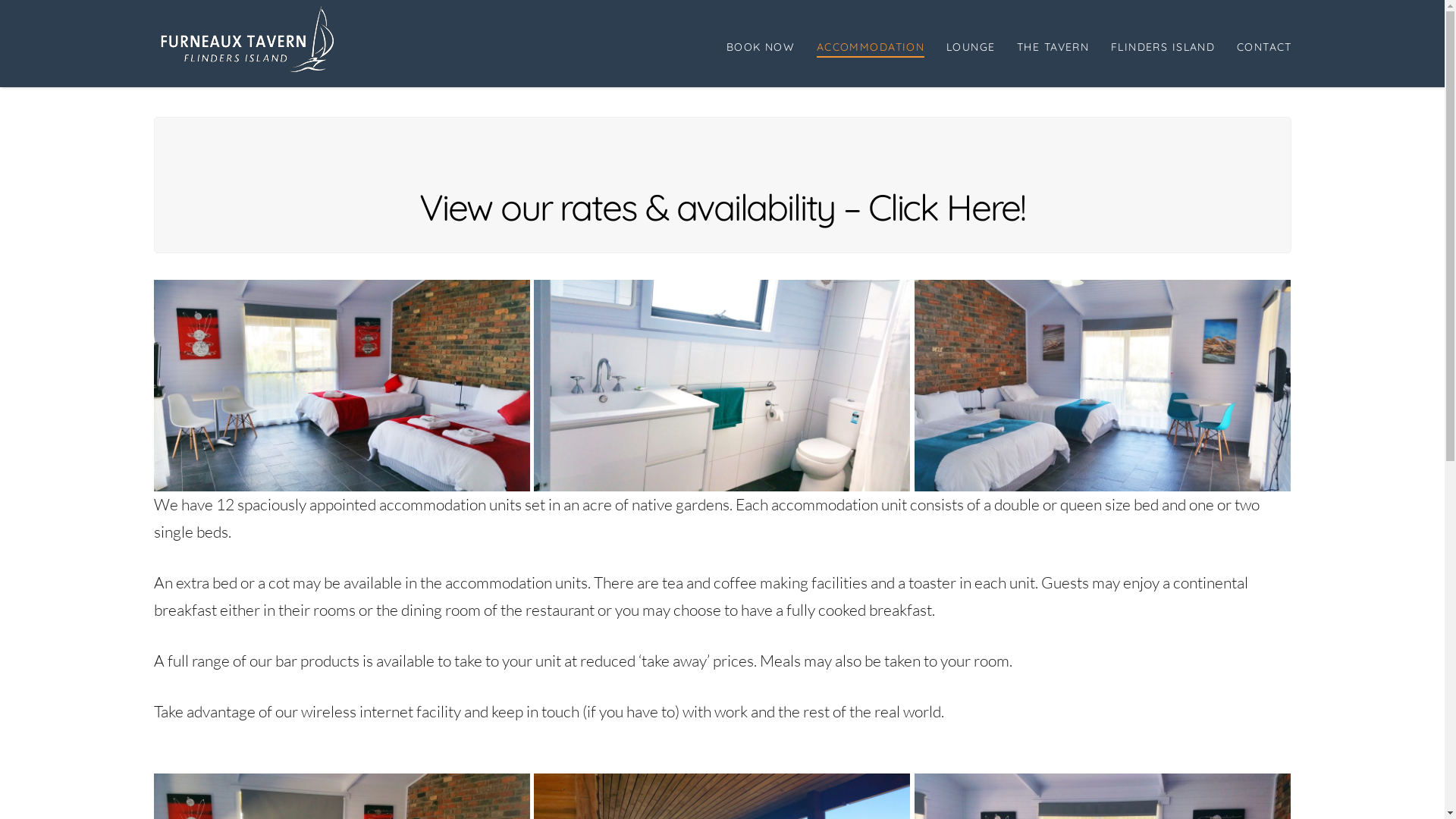  What do you see at coordinates (721, 384) in the screenshot?
I see `'Bathroom'` at bounding box center [721, 384].